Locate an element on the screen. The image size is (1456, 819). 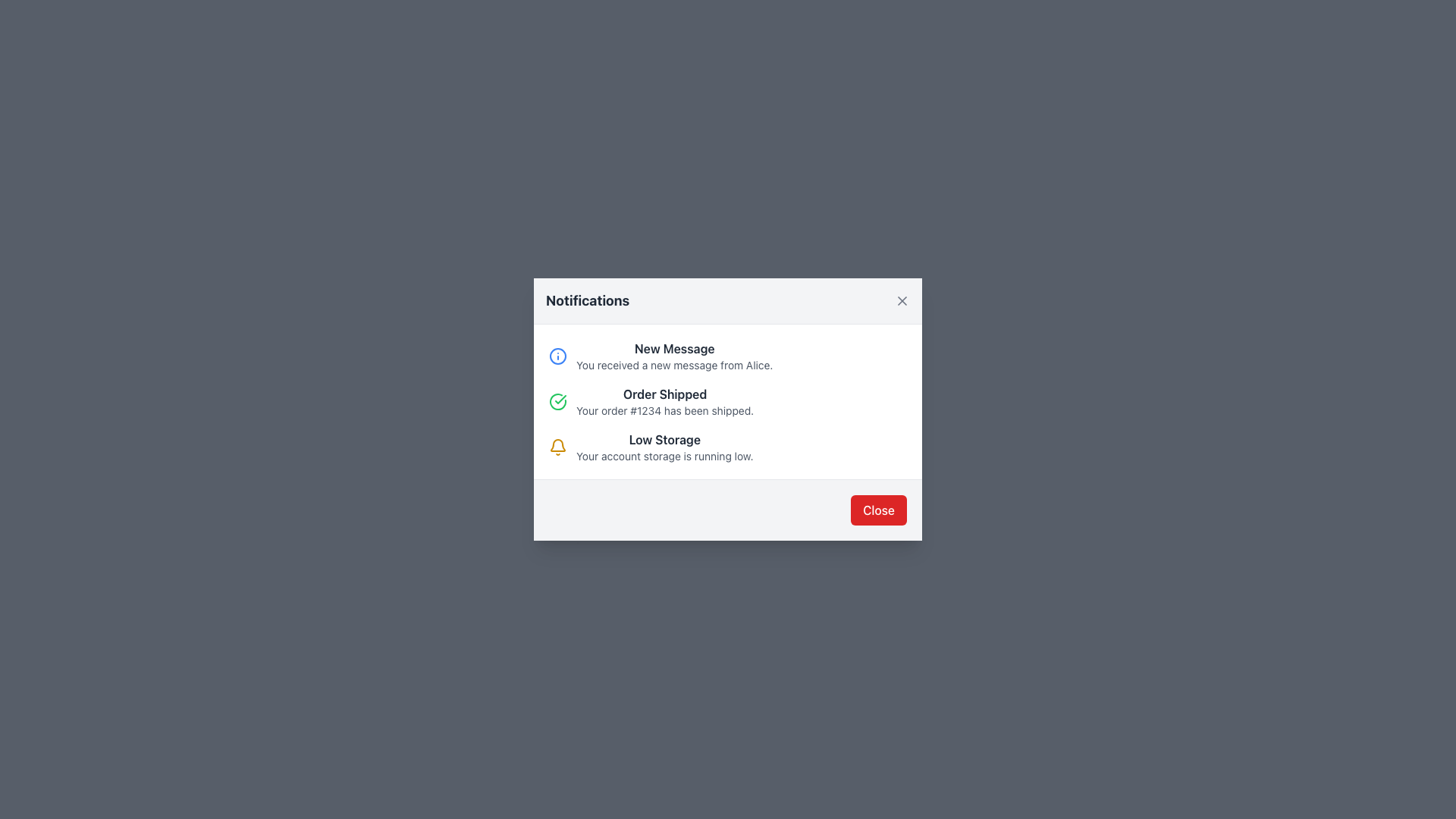
text label 'Order Shipped' which is styled in bold dark gray font and located in the second notification entry of the notification card is located at coordinates (665, 394).